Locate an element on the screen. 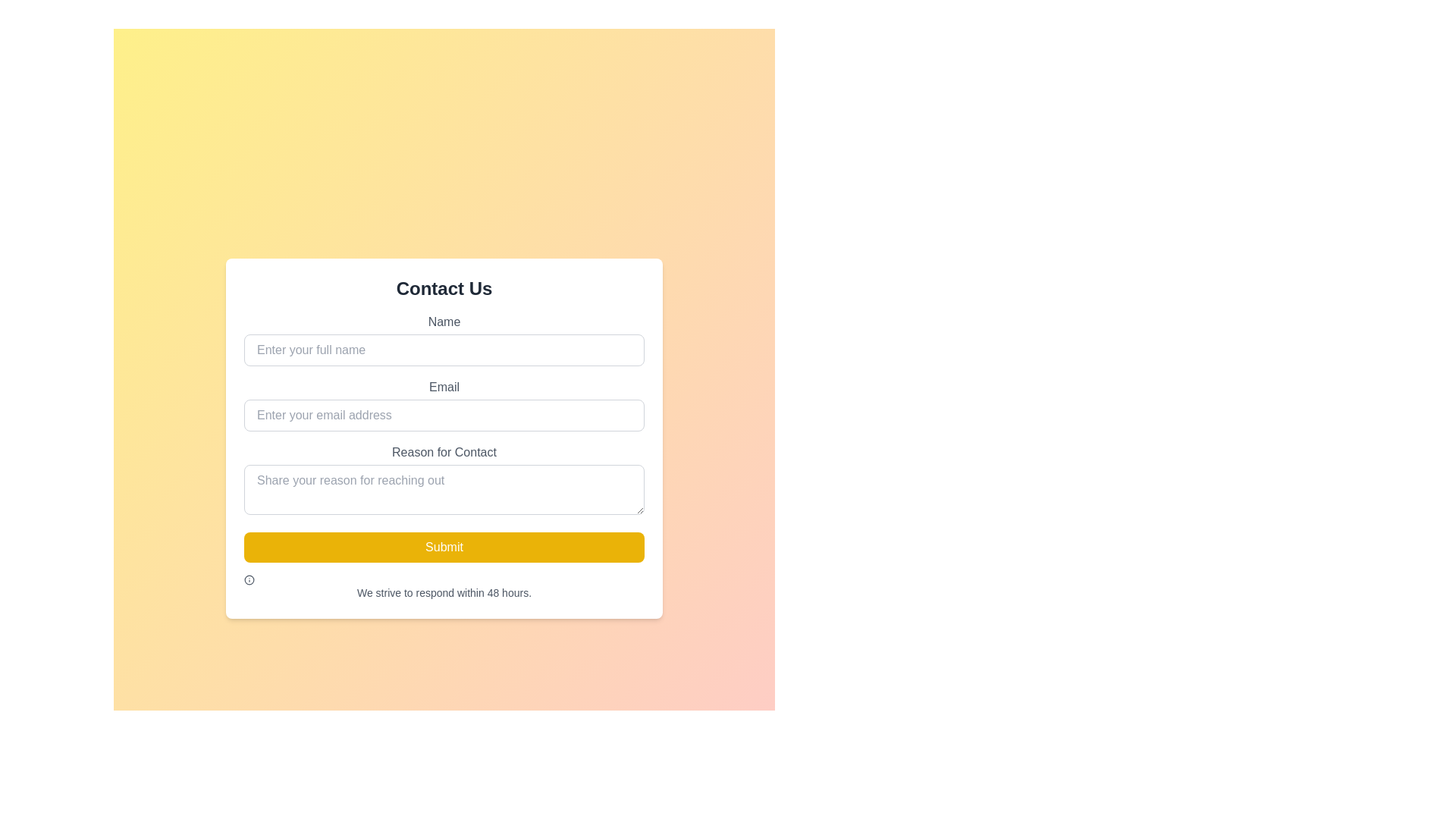  the 'Email' text label styled with a medium gray font, which is positioned directly above the email input field in the middle section of the form is located at coordinates (443, 386).